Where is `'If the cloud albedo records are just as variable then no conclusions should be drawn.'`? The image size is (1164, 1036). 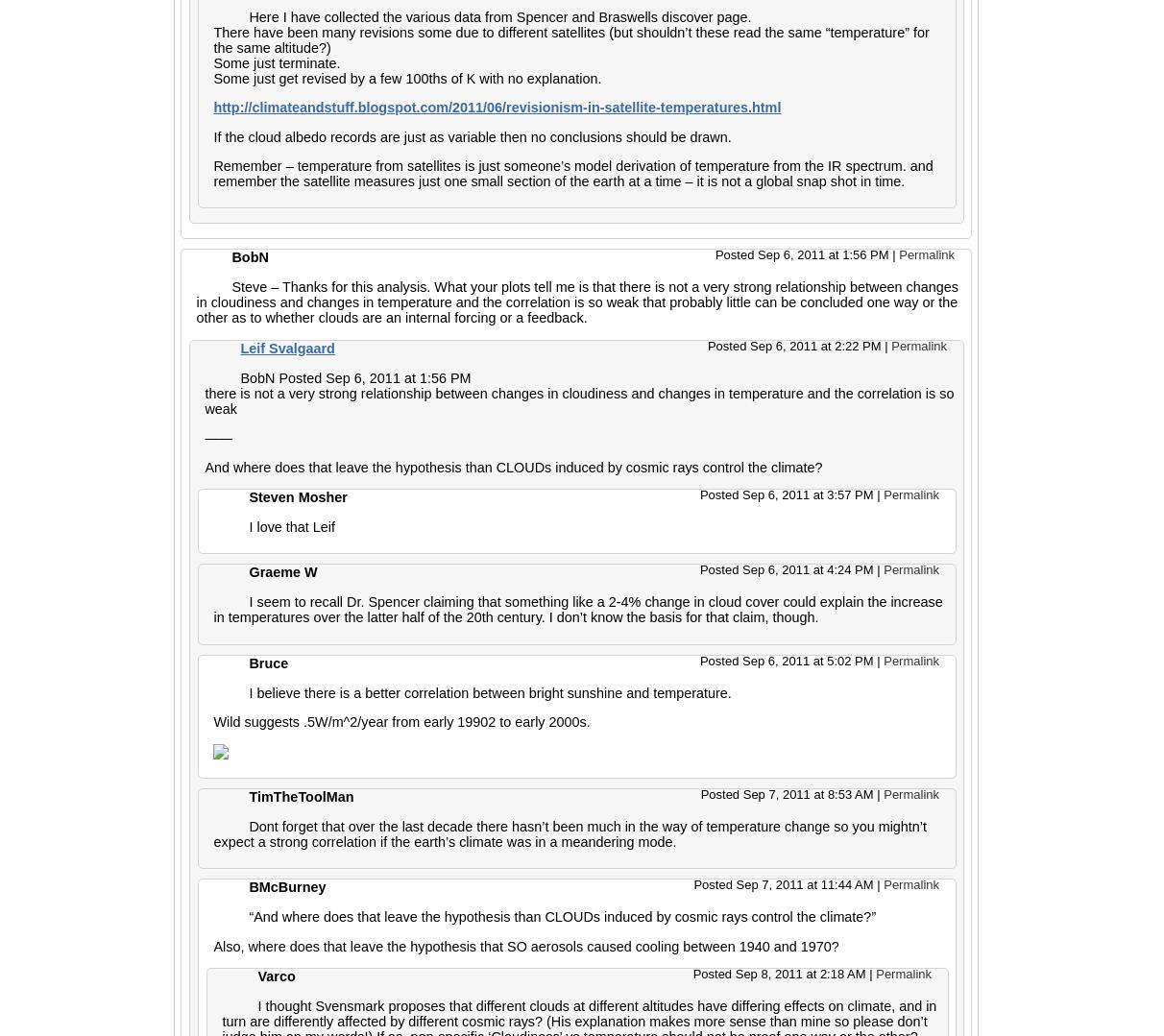
'If the cloud albedo records are just as variable then no conclusions should be drawn.' is located at coordinates (471, 134).